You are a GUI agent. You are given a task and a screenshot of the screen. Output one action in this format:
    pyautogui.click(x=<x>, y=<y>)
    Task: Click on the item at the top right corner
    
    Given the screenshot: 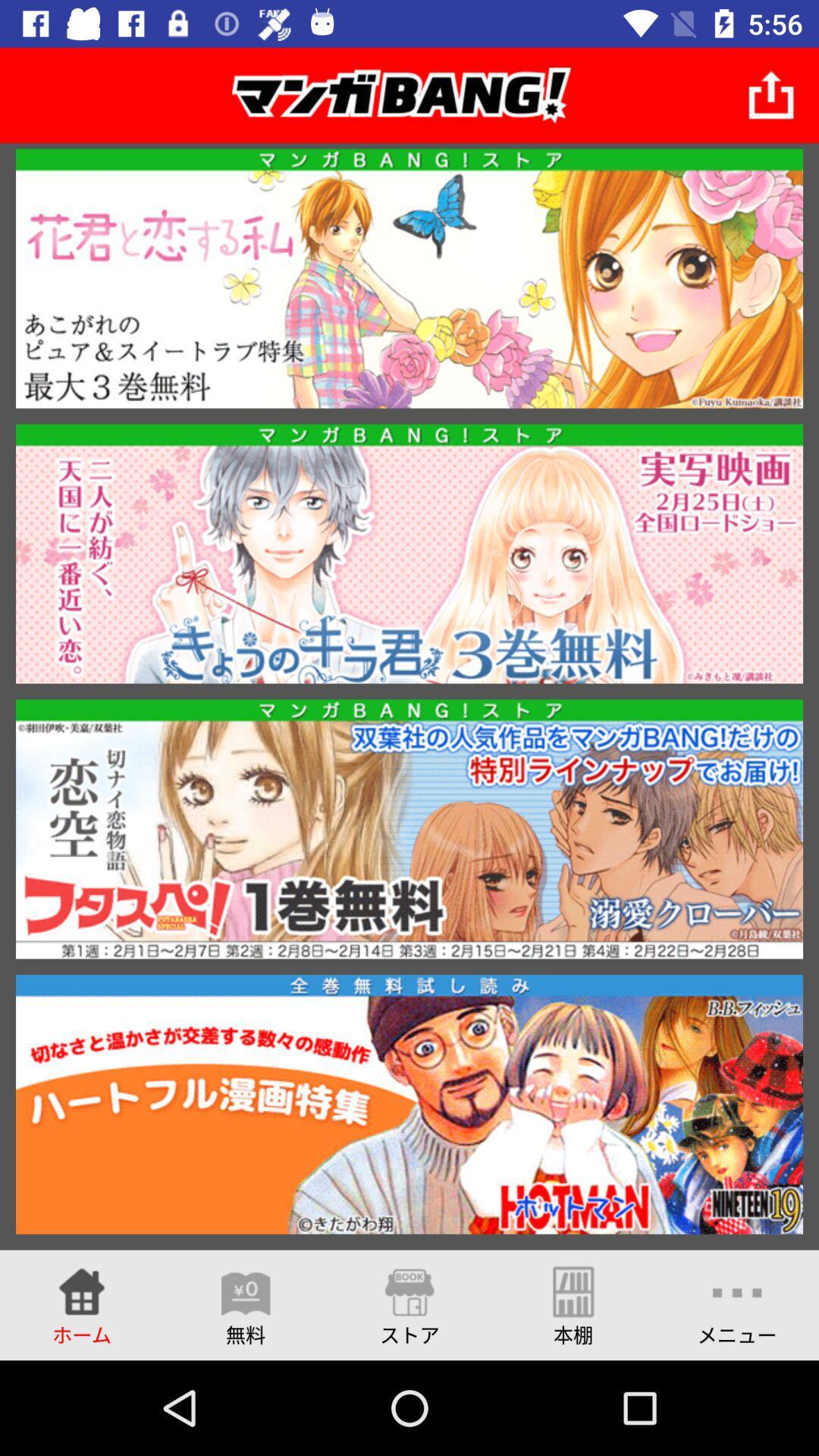 What is the action you would take?
    pyautogui.click(x=771, y=94)
    